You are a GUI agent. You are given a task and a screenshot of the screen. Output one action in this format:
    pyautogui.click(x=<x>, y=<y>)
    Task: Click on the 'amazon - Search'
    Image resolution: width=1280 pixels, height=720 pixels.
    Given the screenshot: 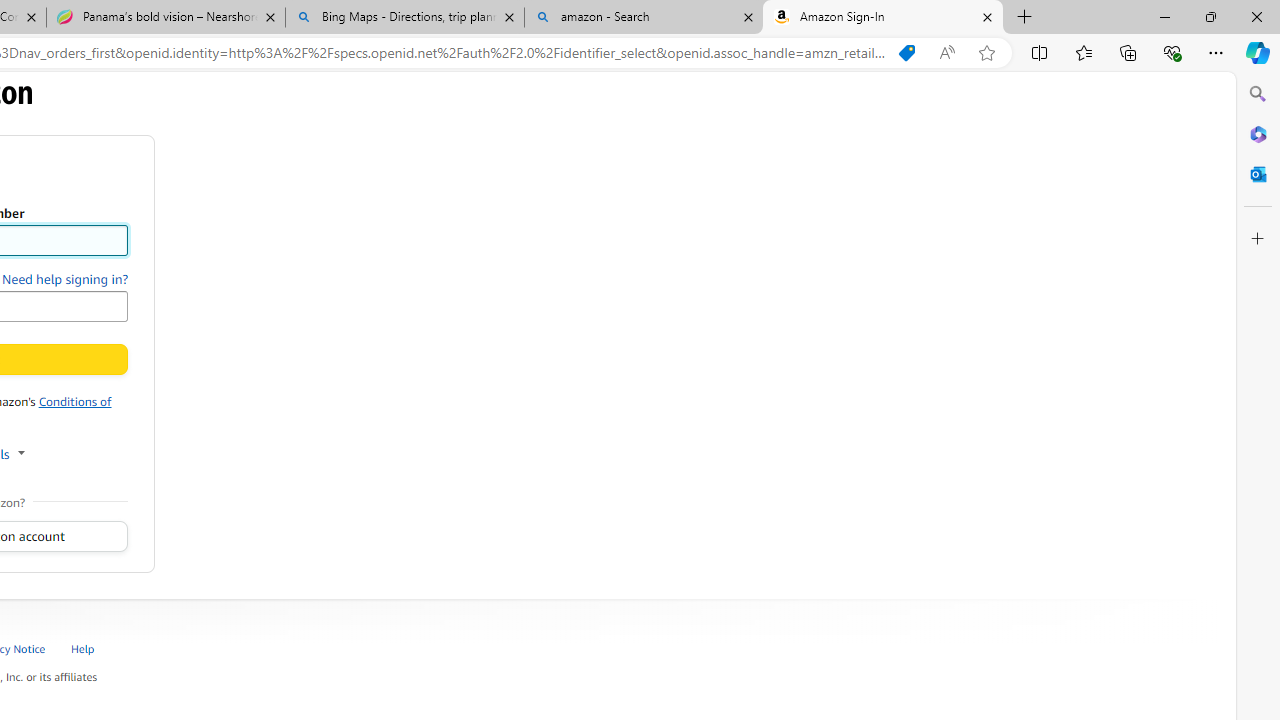 What is the action you would take?
    pyautogui.click(x=643, y=17)
    